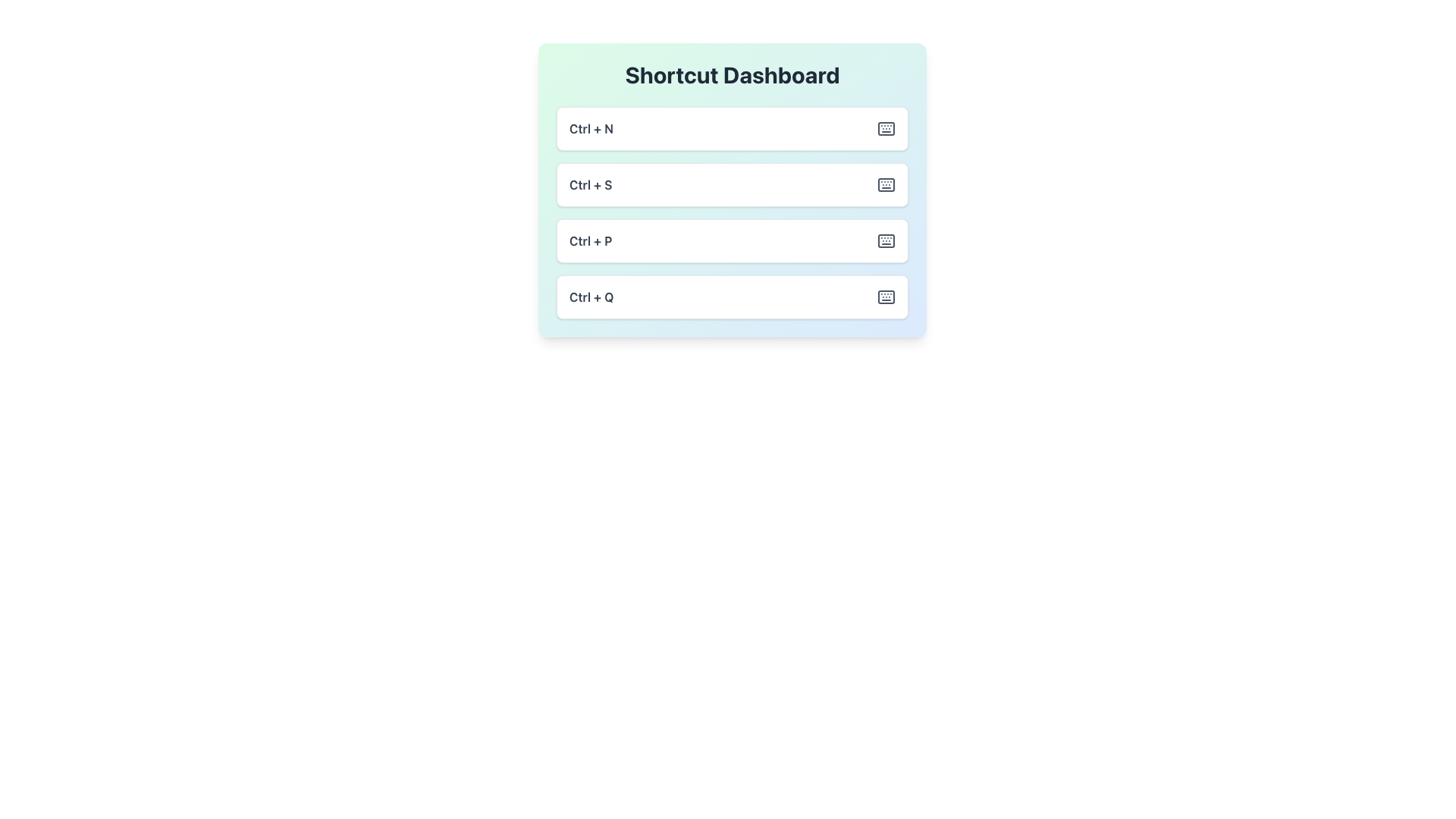 Image resolution: width=1456 pixels, height=819 pixels. Describe the element at coordinates (886, 297) in the screenshot. I see `the unique key-like symbol button located in the bottom right of the last row of the shortcut listing grid` at that location.